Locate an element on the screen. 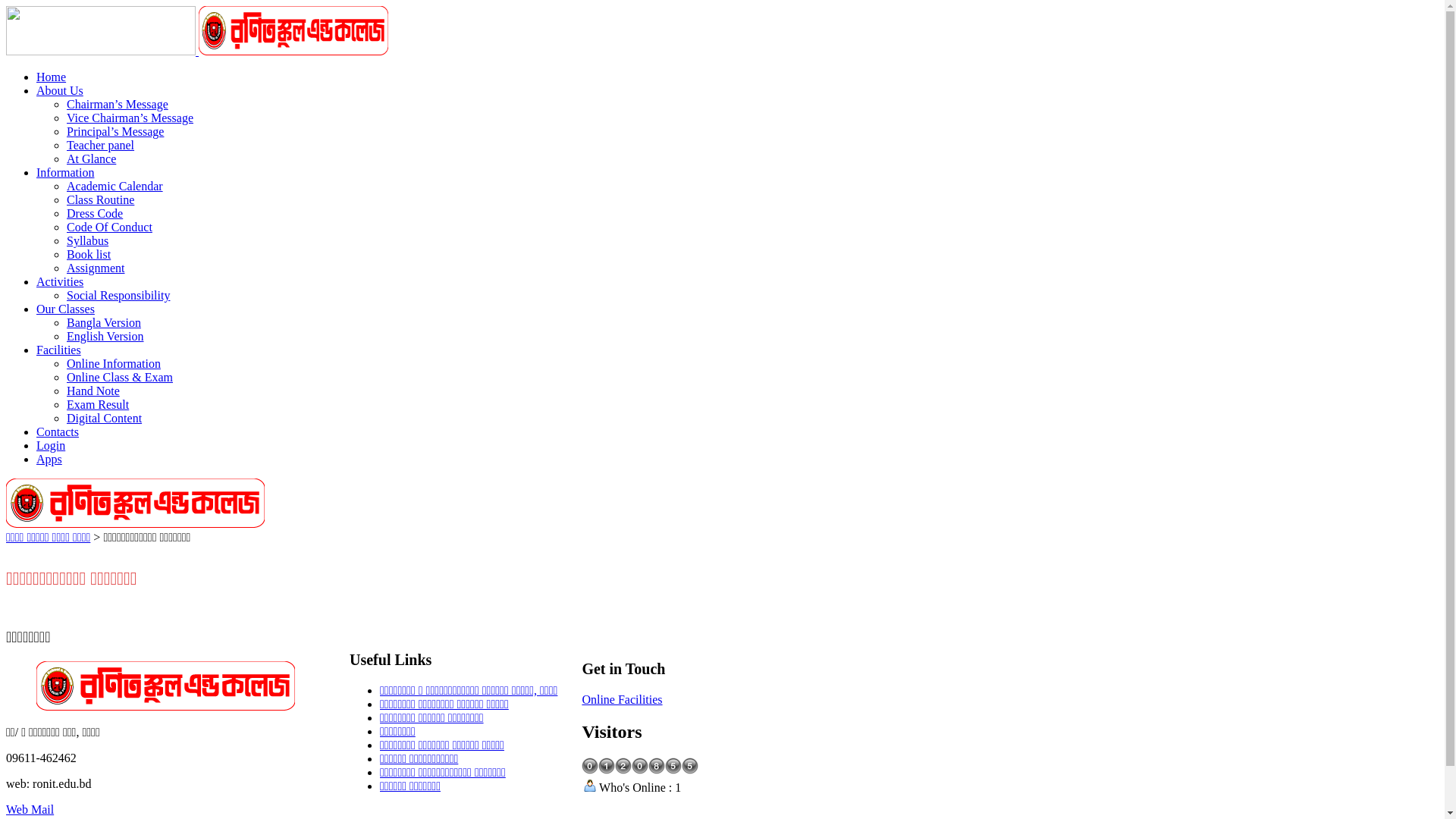  'Digital Content' is located at coordinates (103, 418).